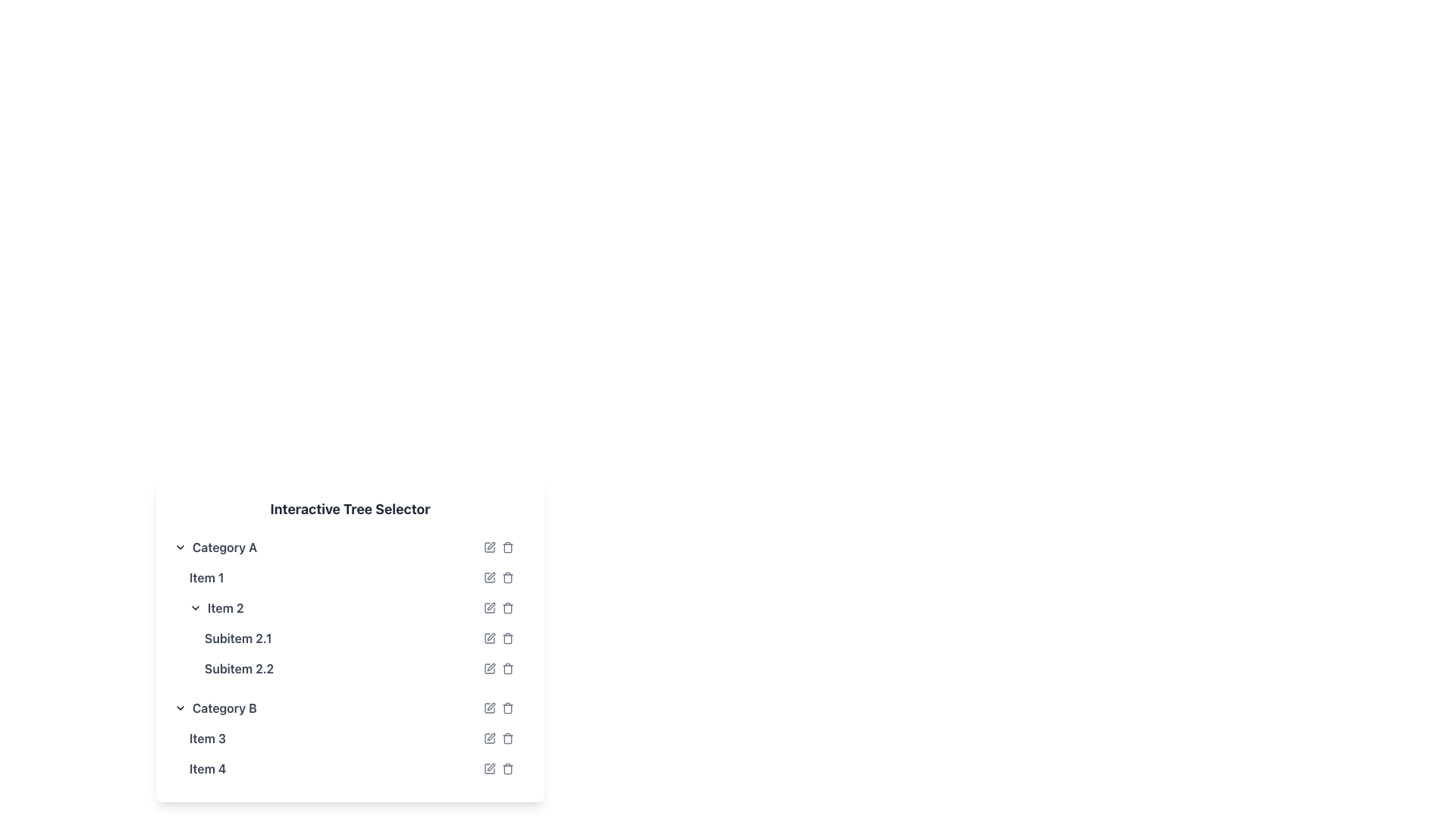 The image size is (1456, 819). I want to click on the Trash Bin icon associated with 'Item 2', so click(508, 607).